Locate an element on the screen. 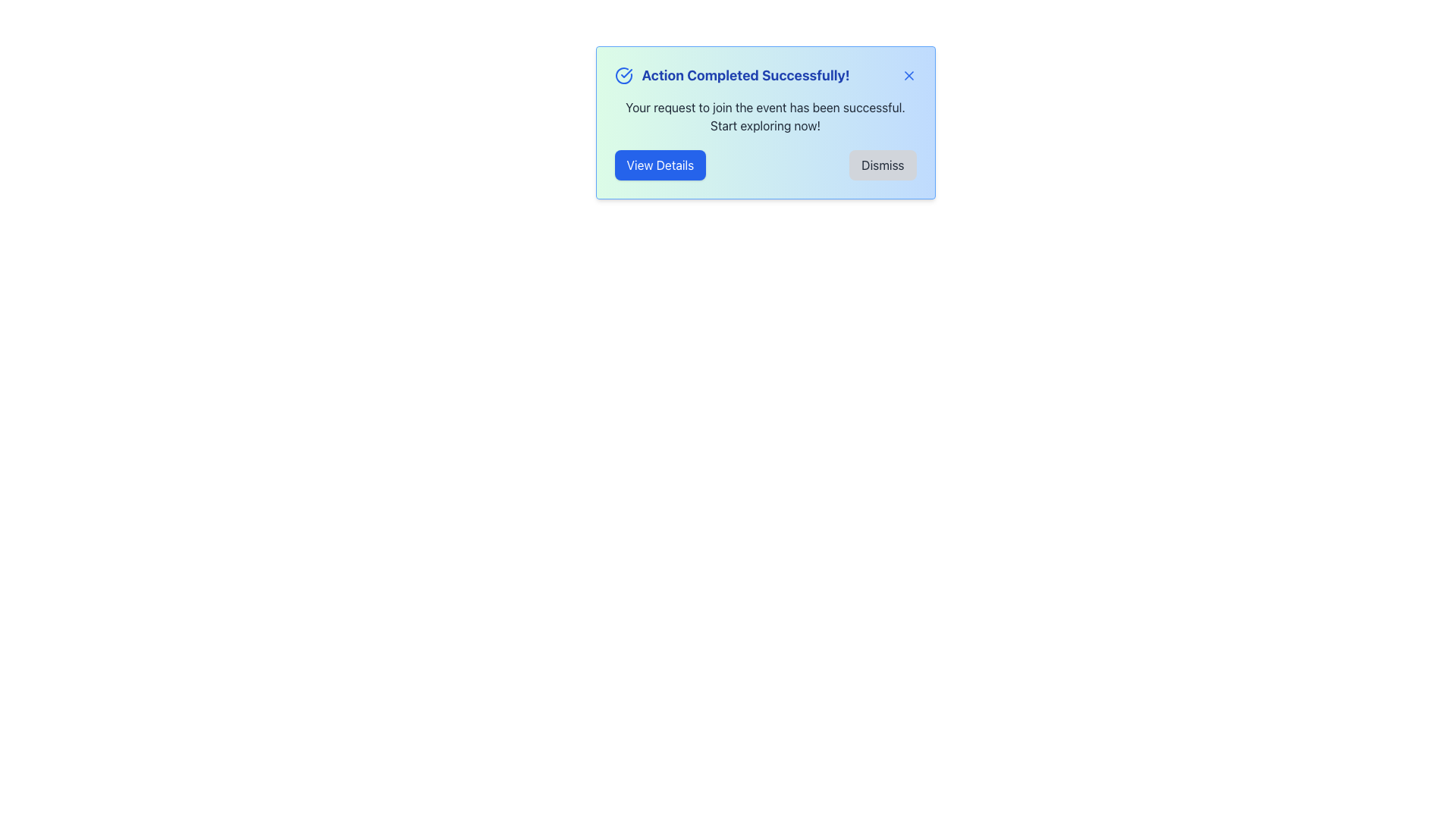 Image resolution: width=1456 pixels, height=819 pixels. notification header that displays the text 'Action Completed Successfully!' in bold, bright blue, alongside a blue circle icon with a checkmark, centered within the notification pop-up is located at coordinates (732, 76).